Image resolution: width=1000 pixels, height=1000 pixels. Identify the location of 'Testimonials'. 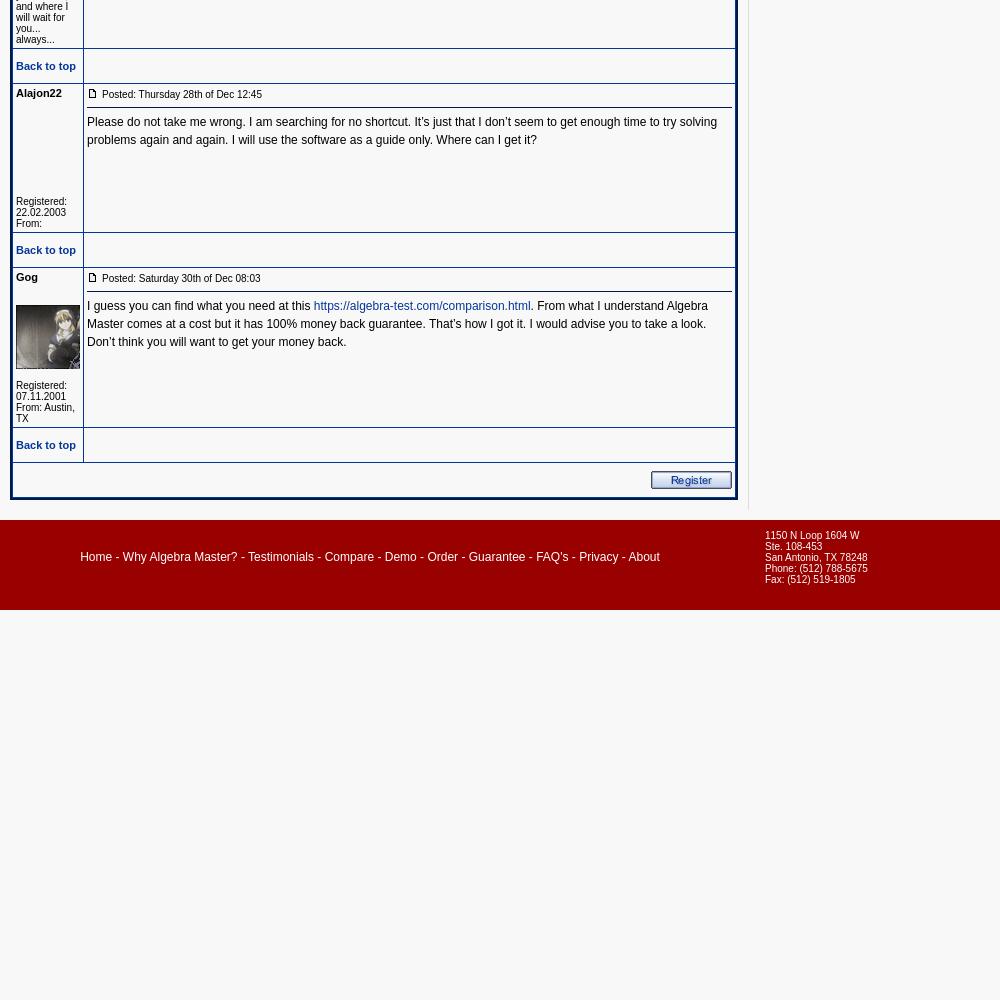
(247, 557).